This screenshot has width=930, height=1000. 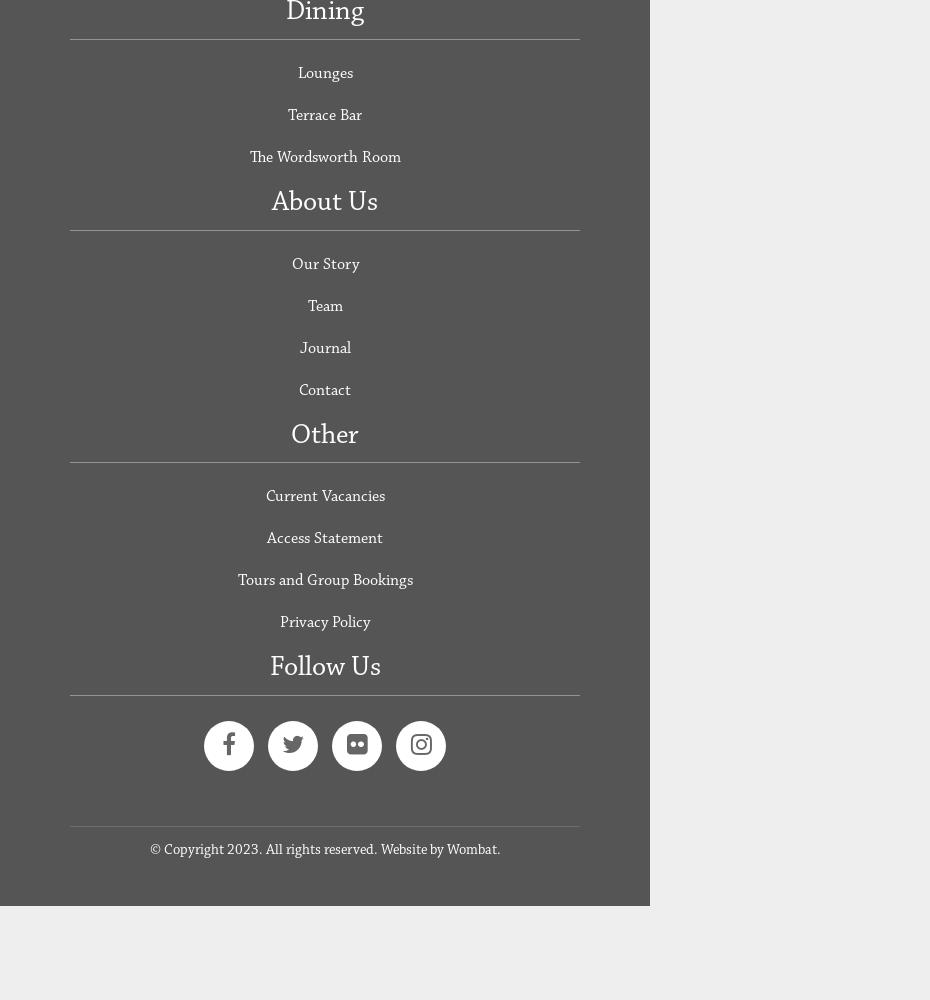 I want to click on 'Terrace Bar', so click(x=324, y=113).